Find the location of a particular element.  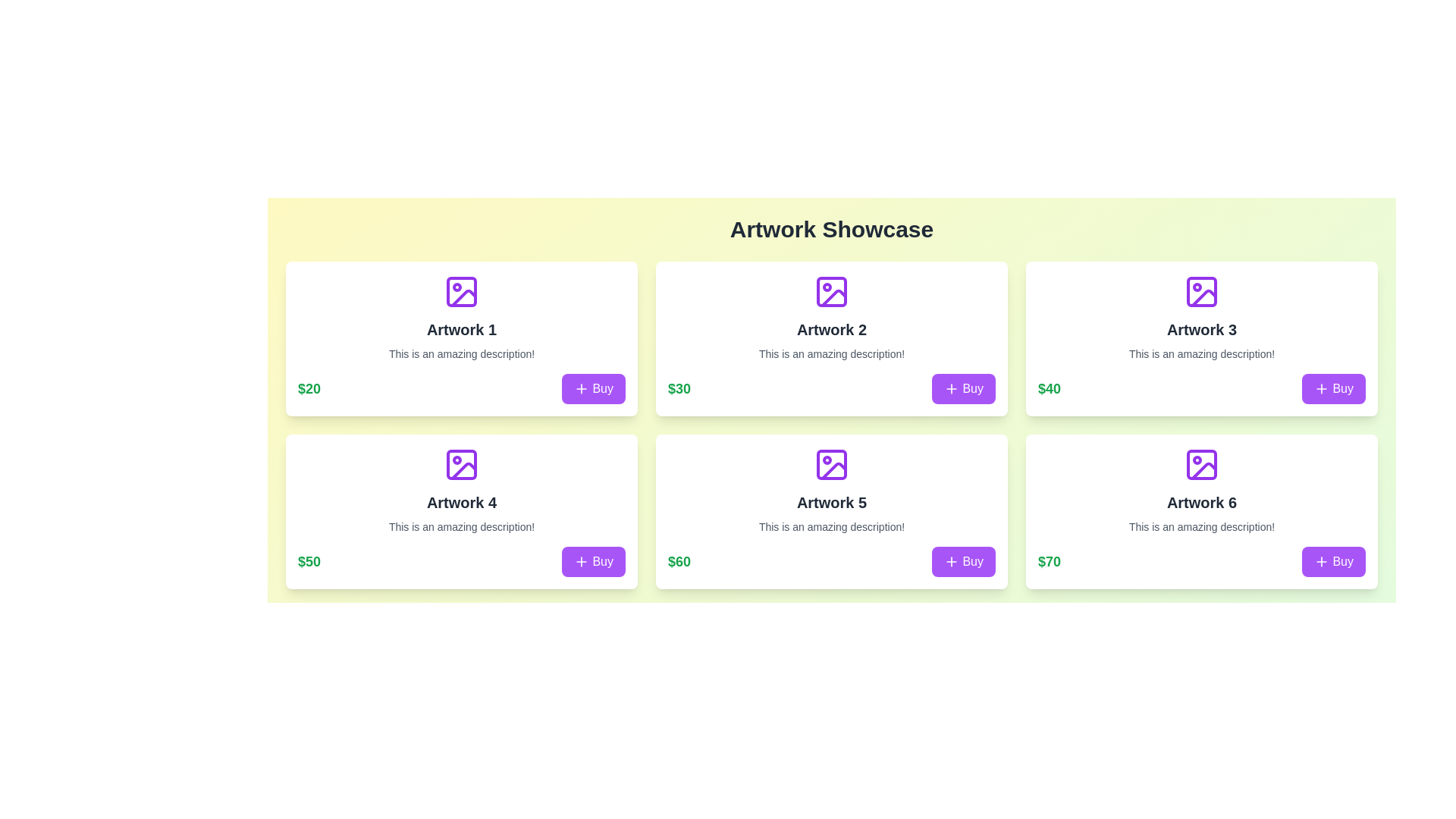

the small rectangle within the graphical icon of the 'Artwork 2' card, located at the center-top of the card is located at coordinates (831, 292).